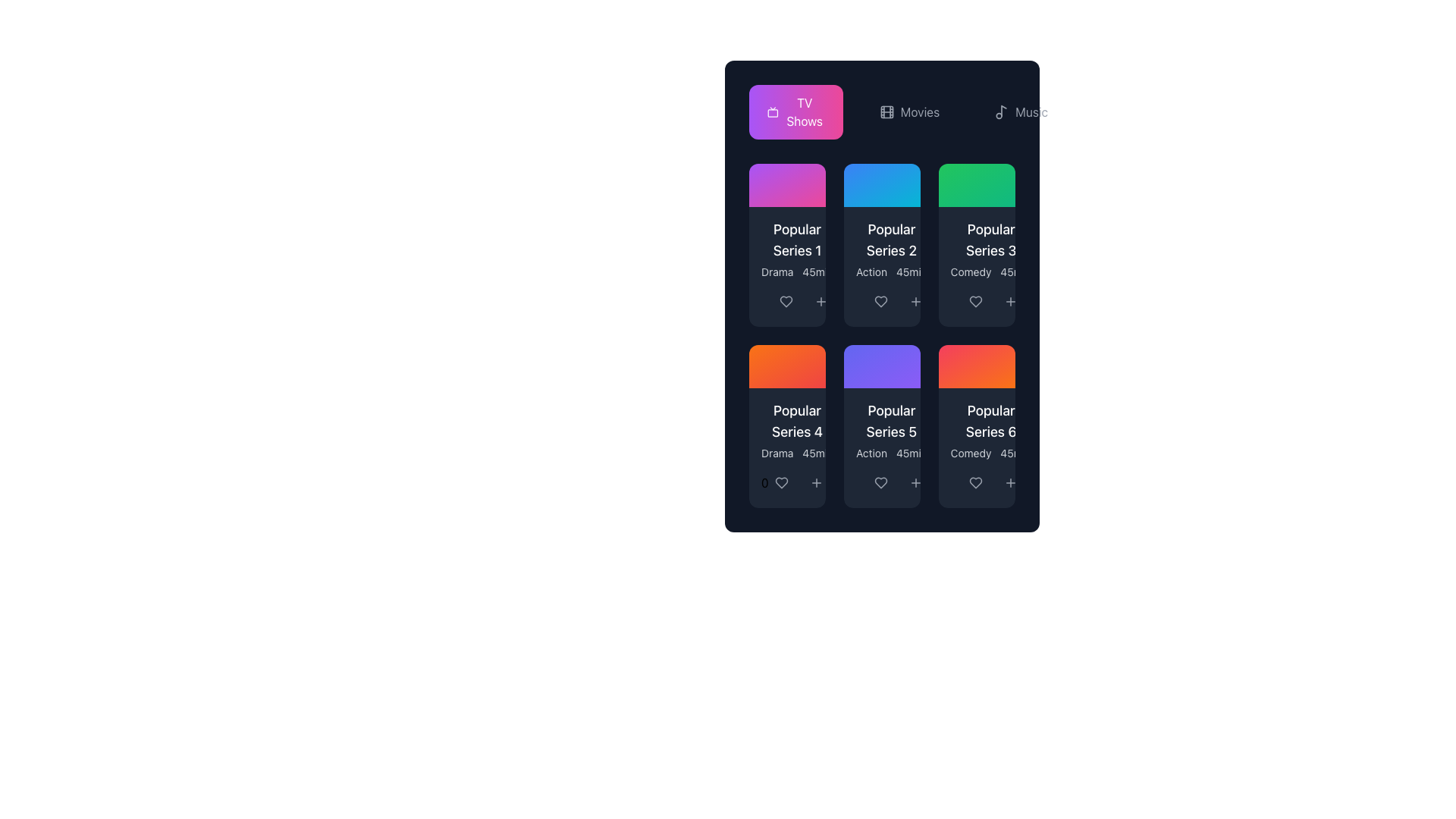  I want to click on the outlined heart icon button located within the card titled 'Popular Series 2', so click(882, 301).